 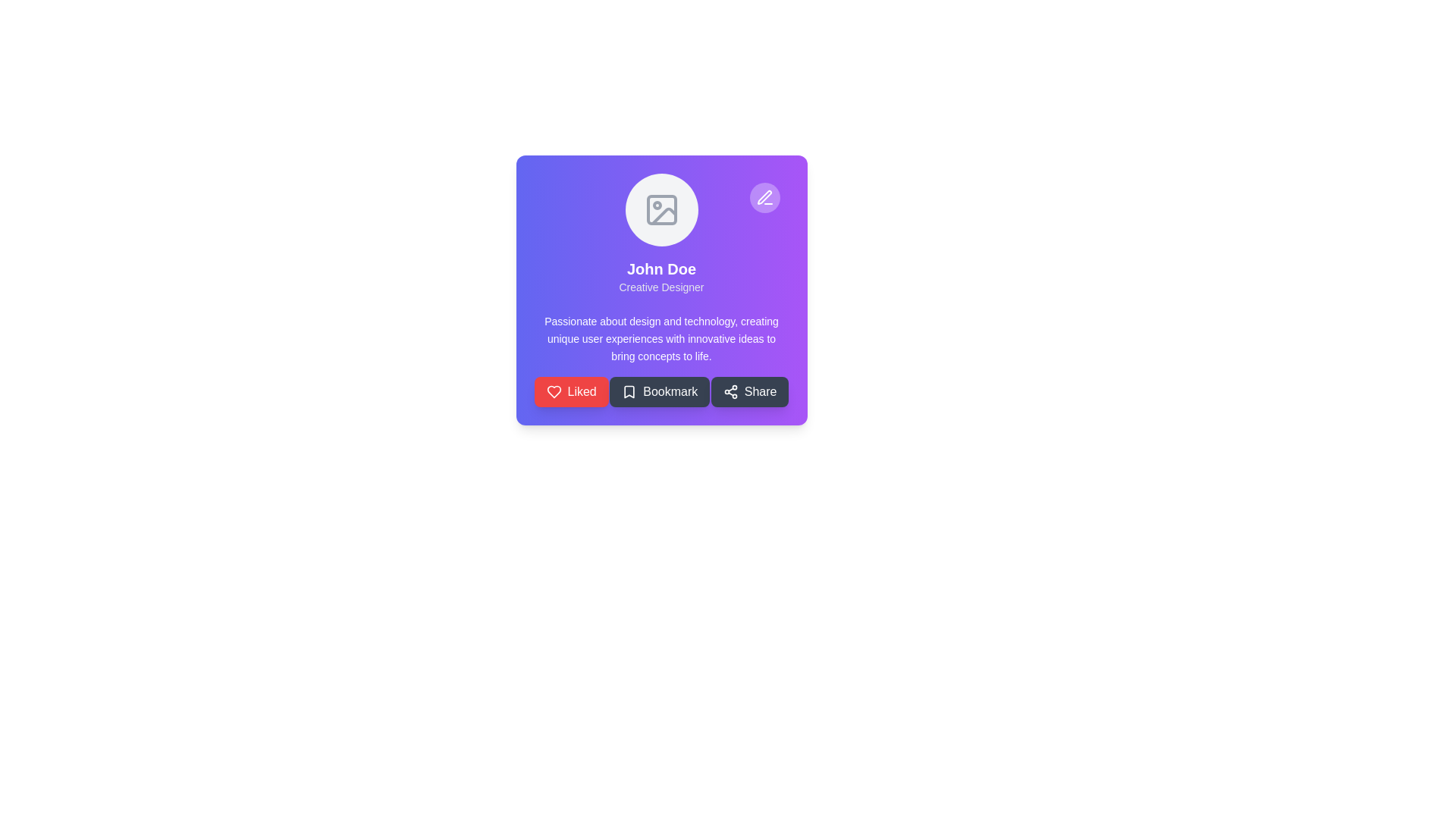 What do you see at coordinates (661, 210) in the screenshot?
I see `the circular placeholder or profile image located at the top-center of the purple rectangular card, positioned above the text 'John Doe' and 'Creative Designer'` at bounding box center [661, 210].